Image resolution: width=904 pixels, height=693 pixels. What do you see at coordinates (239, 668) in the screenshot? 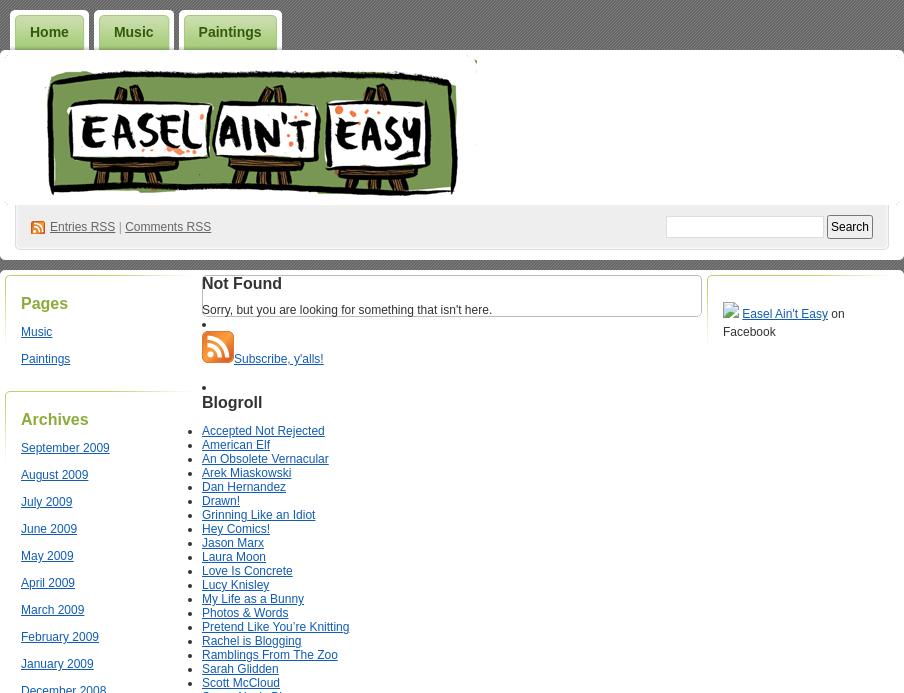
I see `'Sarah Glidden'` at bounding box center [239, 668].